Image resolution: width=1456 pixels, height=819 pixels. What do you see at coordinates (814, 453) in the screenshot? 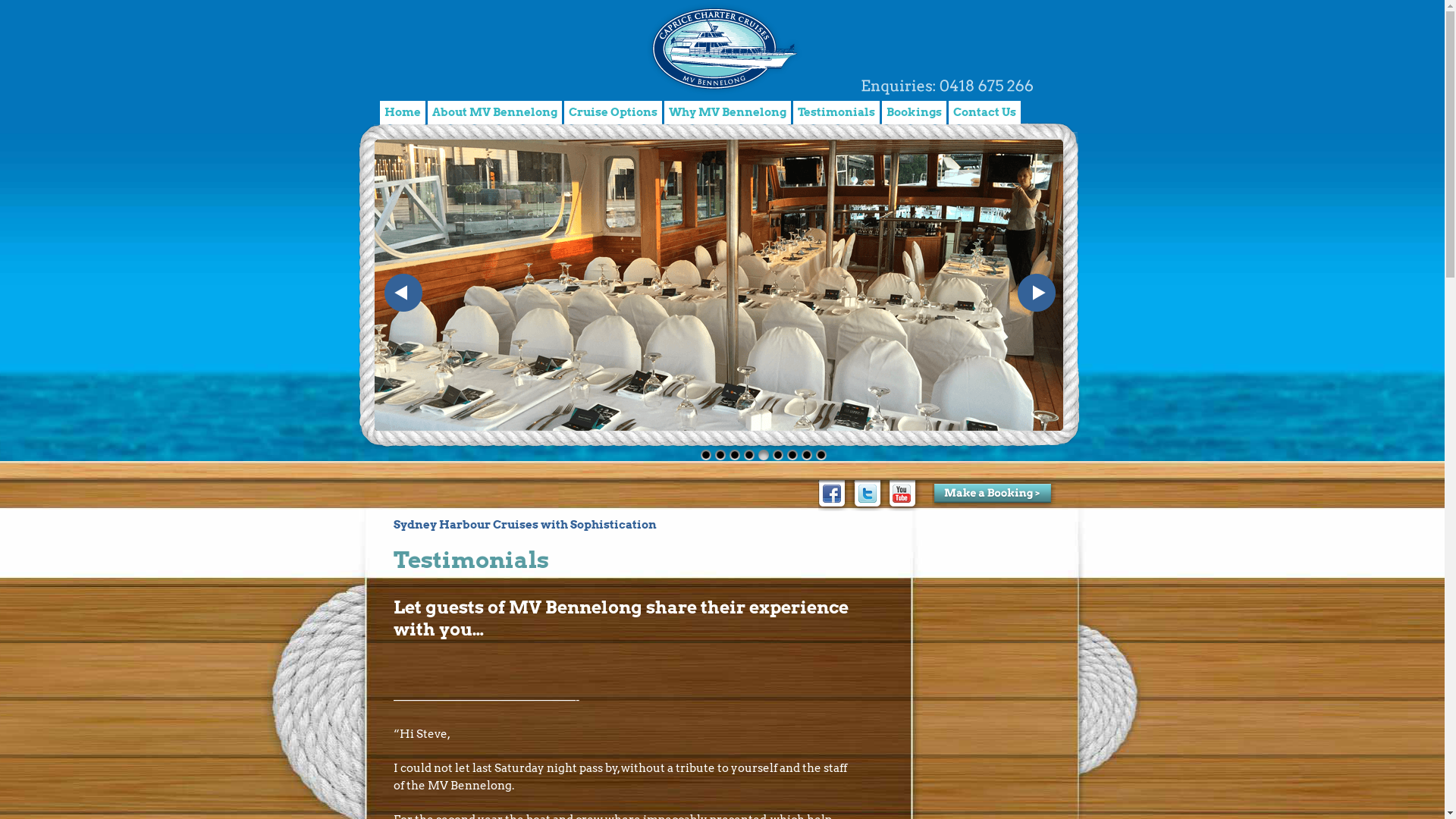
I see `'9'` at bounding box center [814, 453].